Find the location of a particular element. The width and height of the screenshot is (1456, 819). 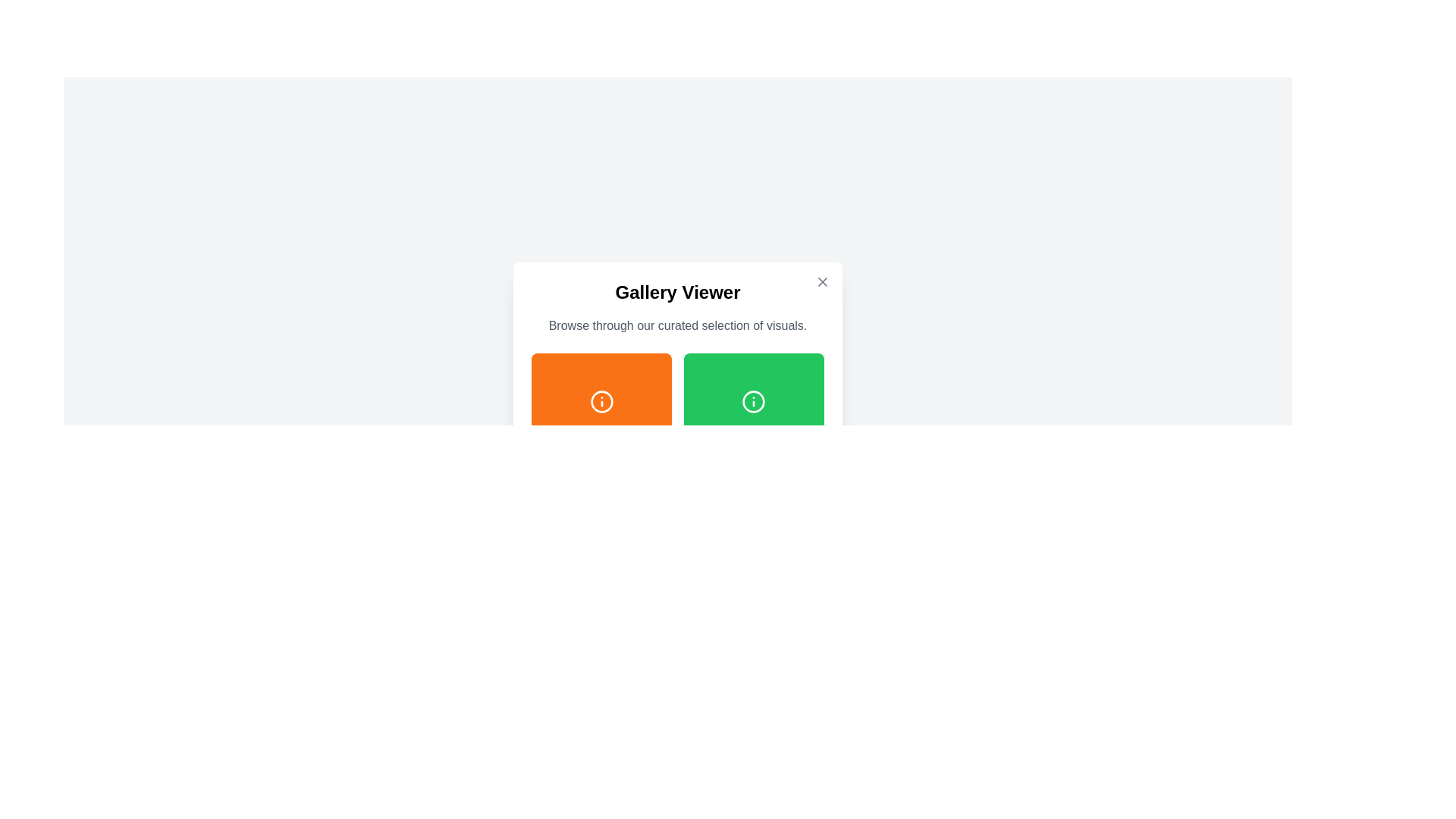

the information icon located above the text 'Sunset' and 'A beautiful sunset view.' to convey additional details about the content is located at coordinates (601, 400).